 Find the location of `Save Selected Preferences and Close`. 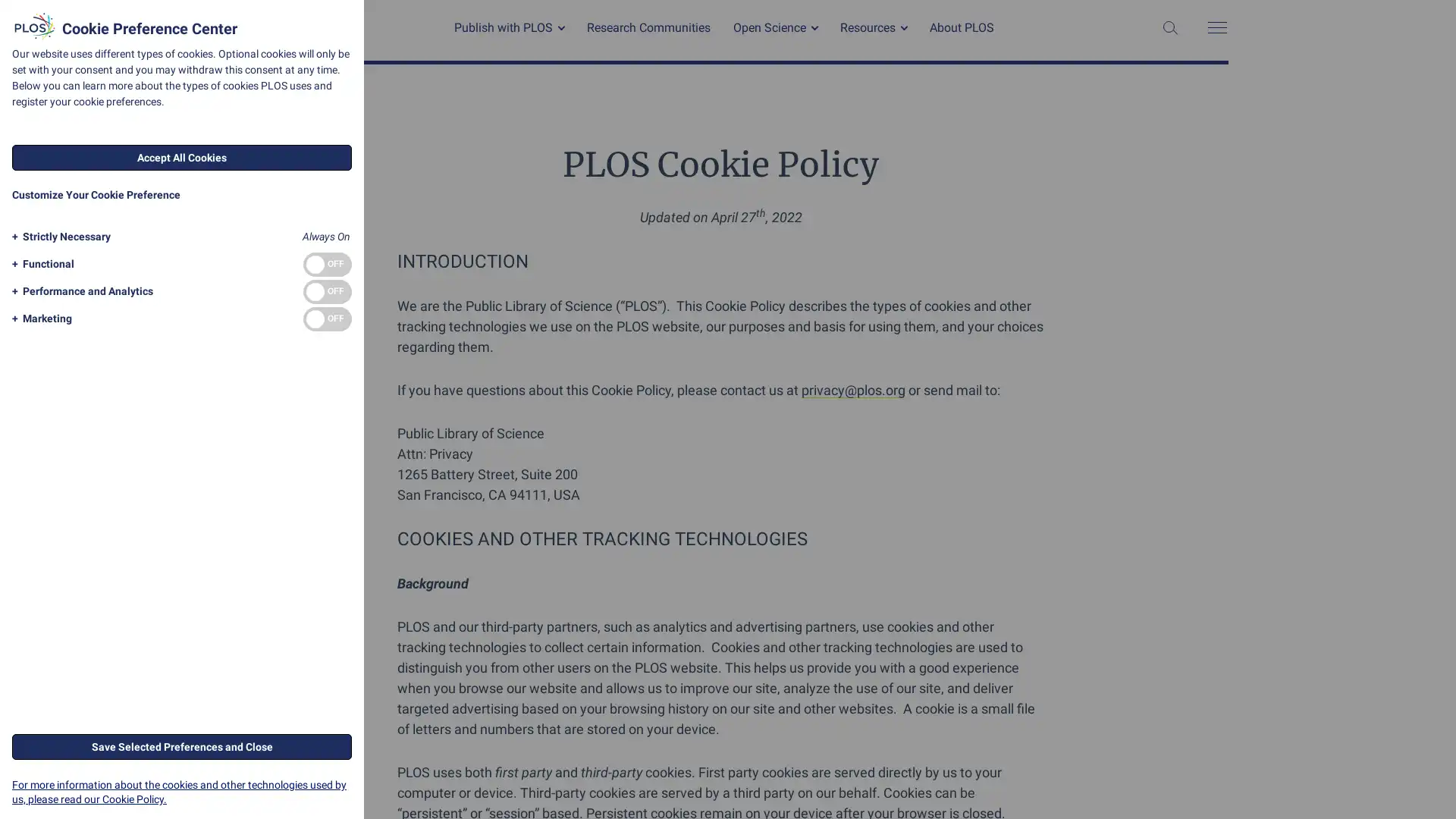

Save Selected Preferences and Close is located at coordinates (182, 745).